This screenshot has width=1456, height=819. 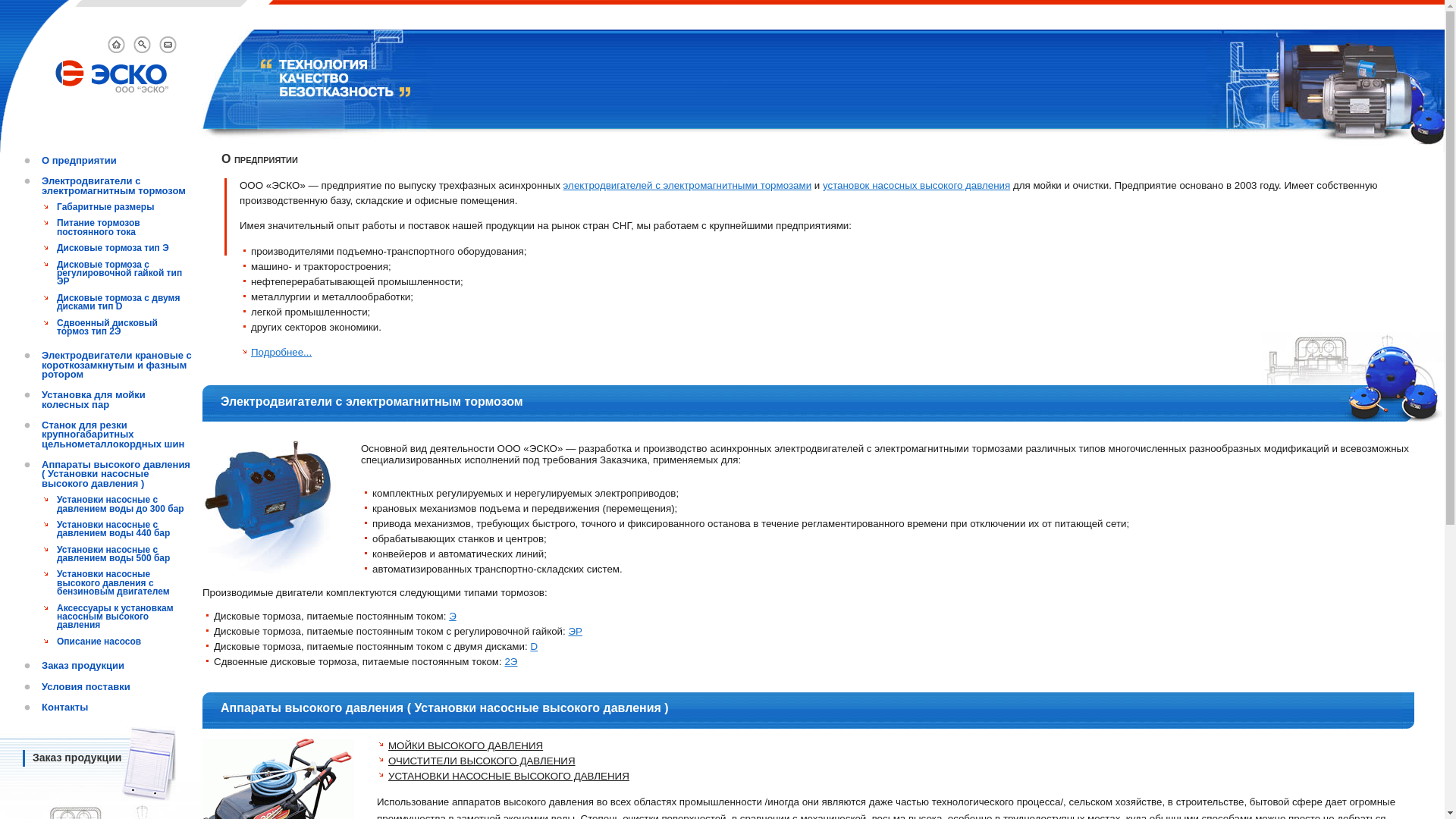 I want to click on 'D', so click(x=534, y=646).